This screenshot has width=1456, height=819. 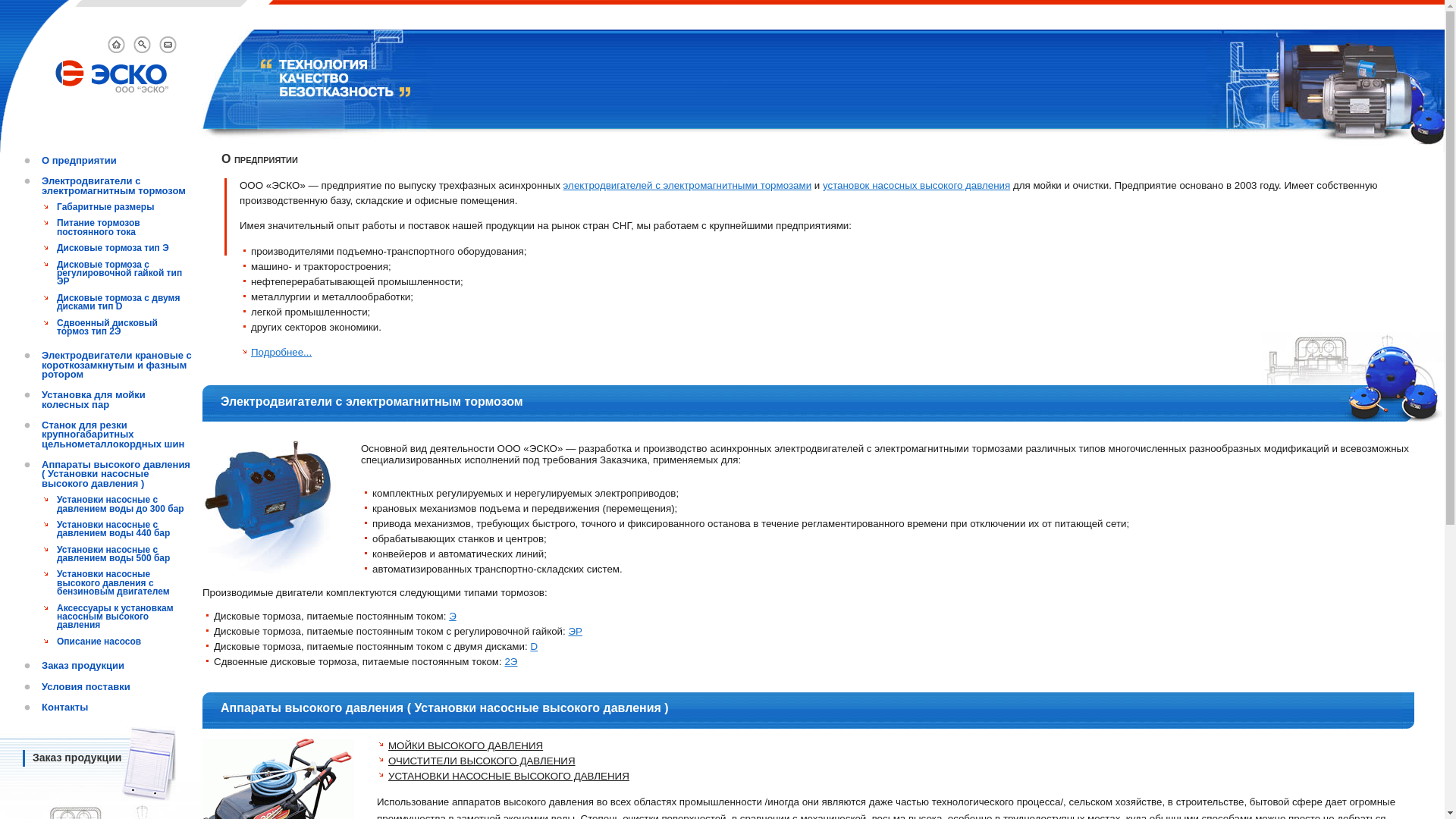 I want to click on 'D', so click(x=534, y=646).